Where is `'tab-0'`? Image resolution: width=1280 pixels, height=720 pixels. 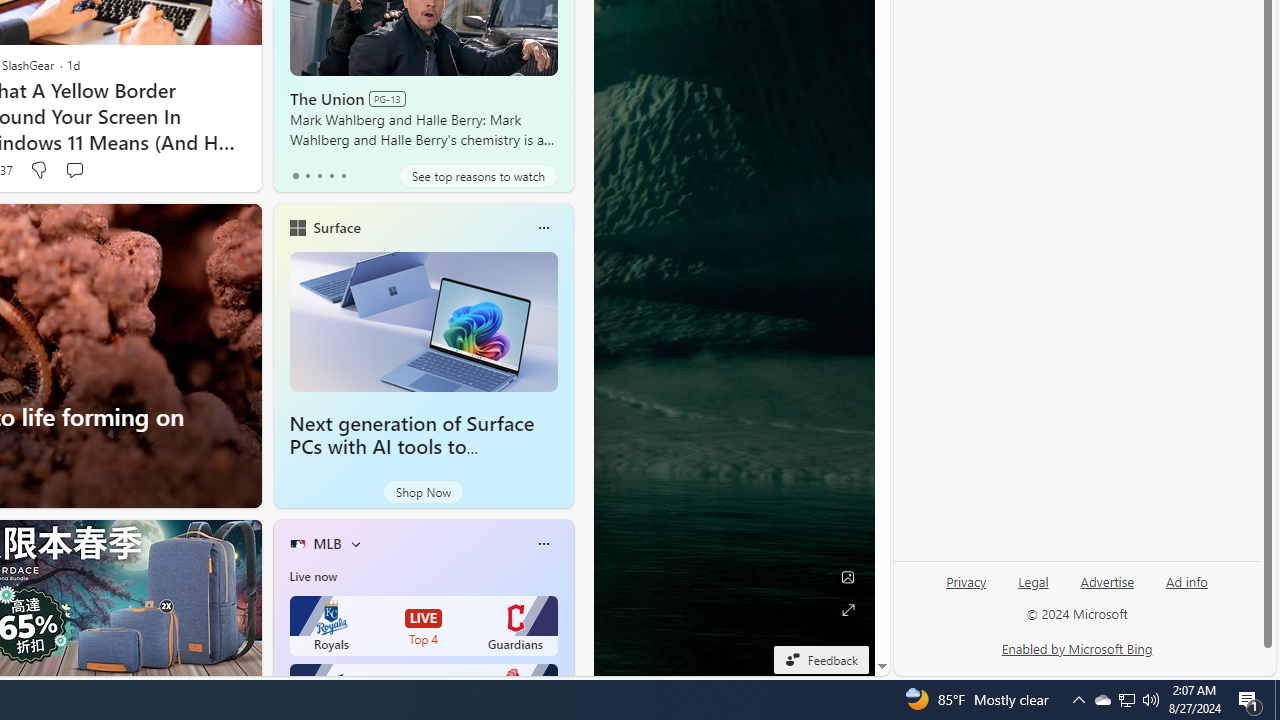 'tab-0' is located at coordinates (294, 175).